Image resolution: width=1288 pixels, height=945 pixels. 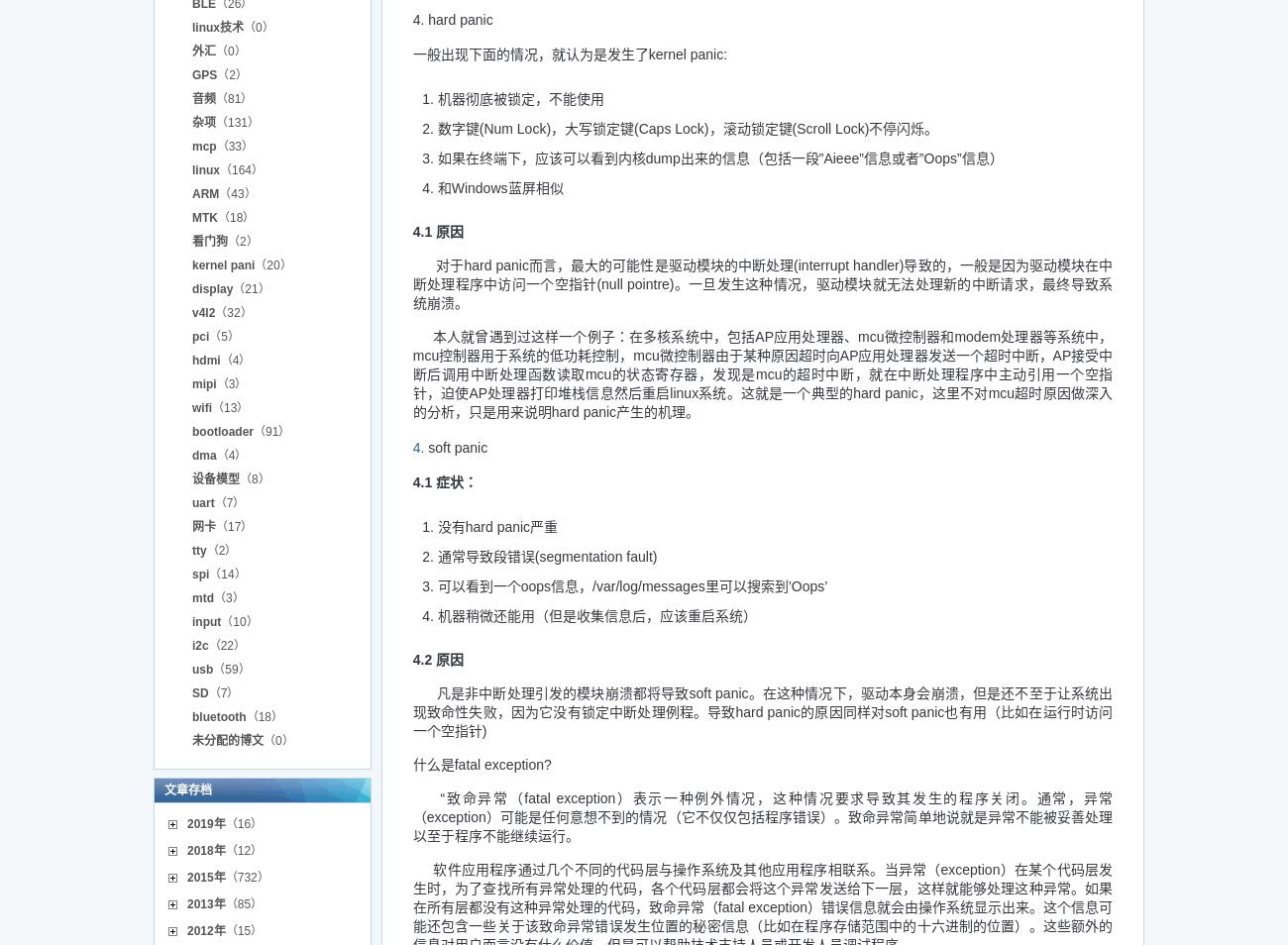 I want to click on '（85）', so click(x=223, y=903).